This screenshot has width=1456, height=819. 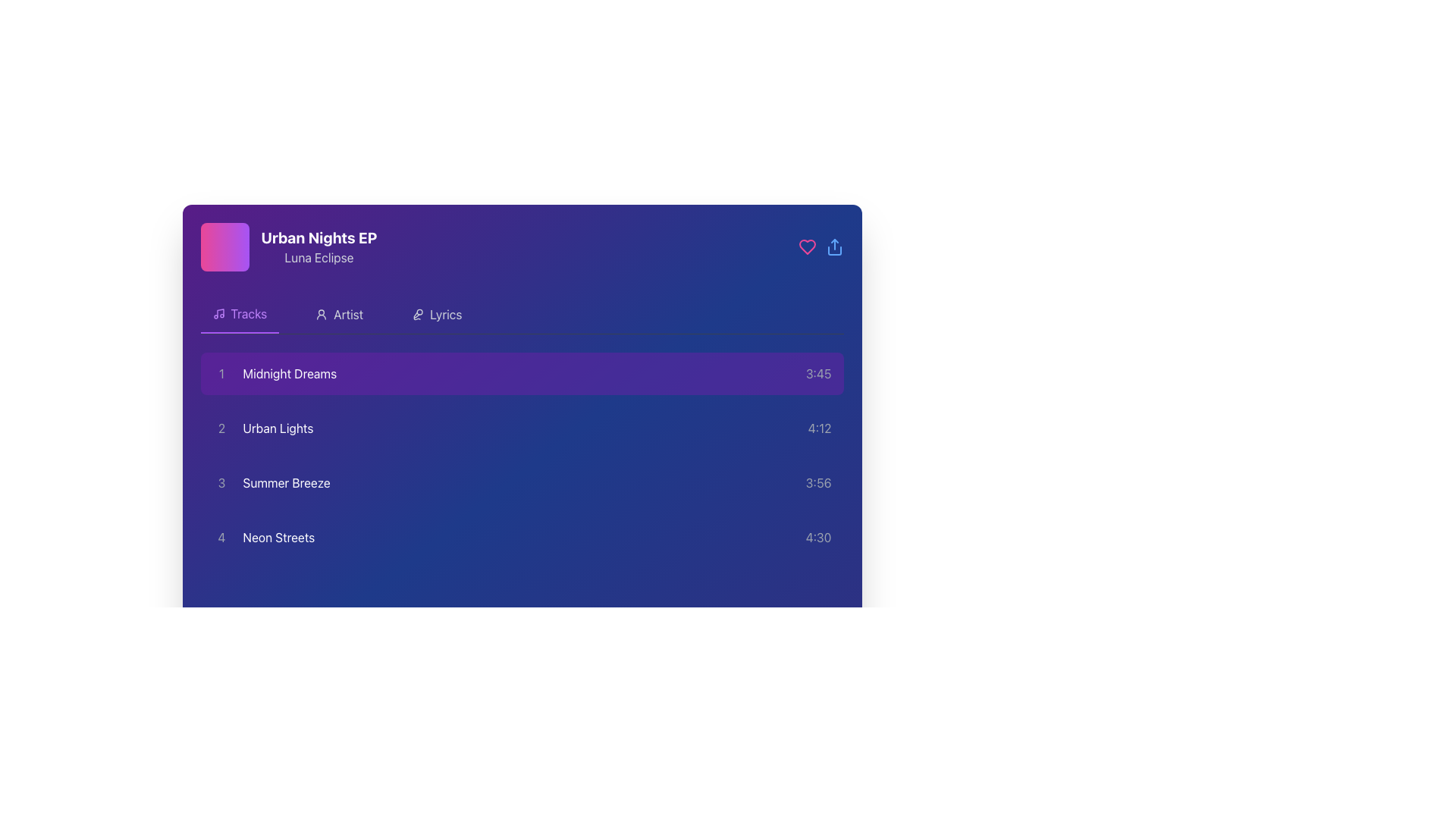 What do you see at coordinates (522, 482) in the screenshot?
I see `the third item in the vertical playlist list, which represents a media track` at bounding box center [522, 482].